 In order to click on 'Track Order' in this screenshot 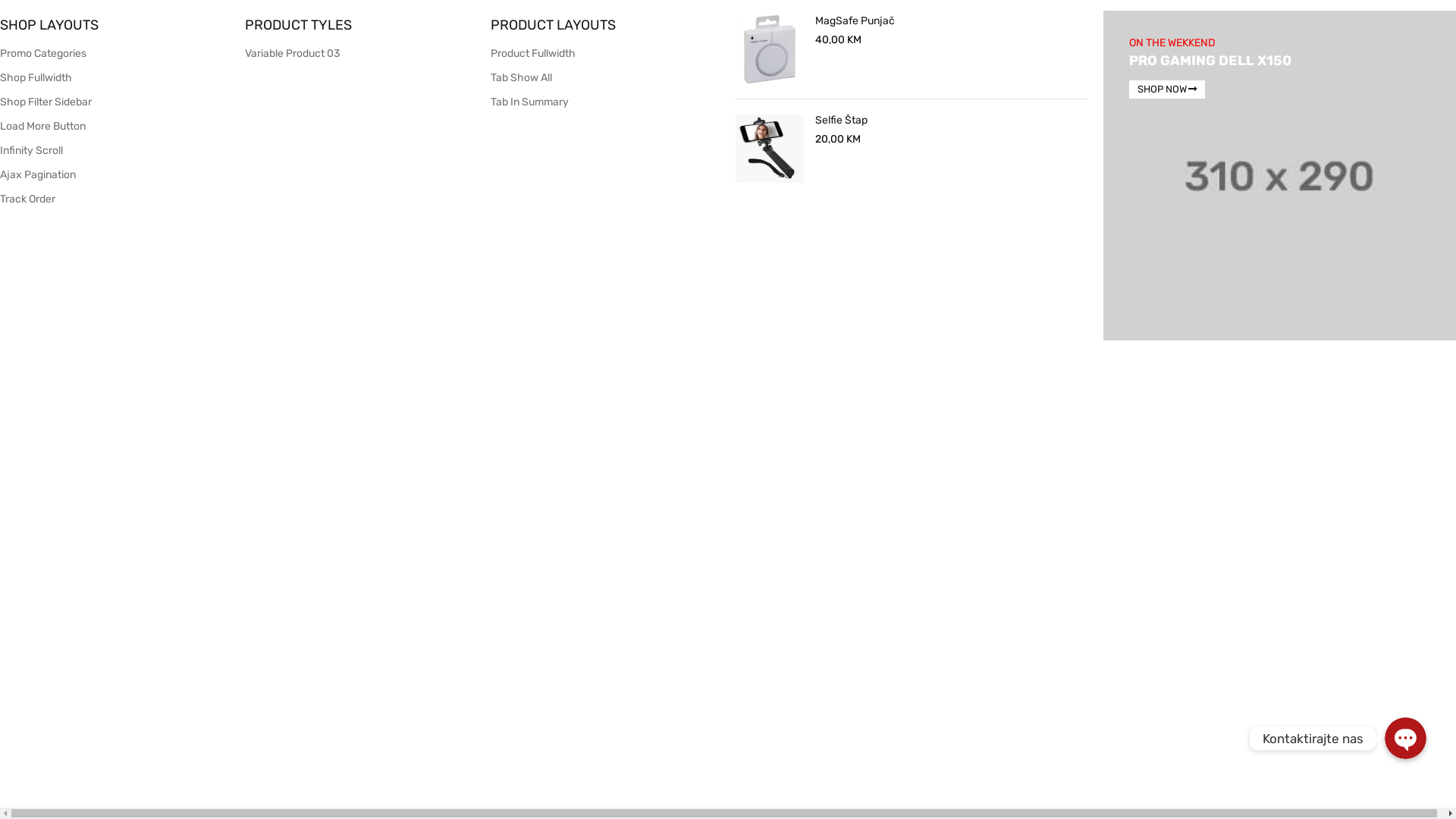, I will do `click(0, 198)`.